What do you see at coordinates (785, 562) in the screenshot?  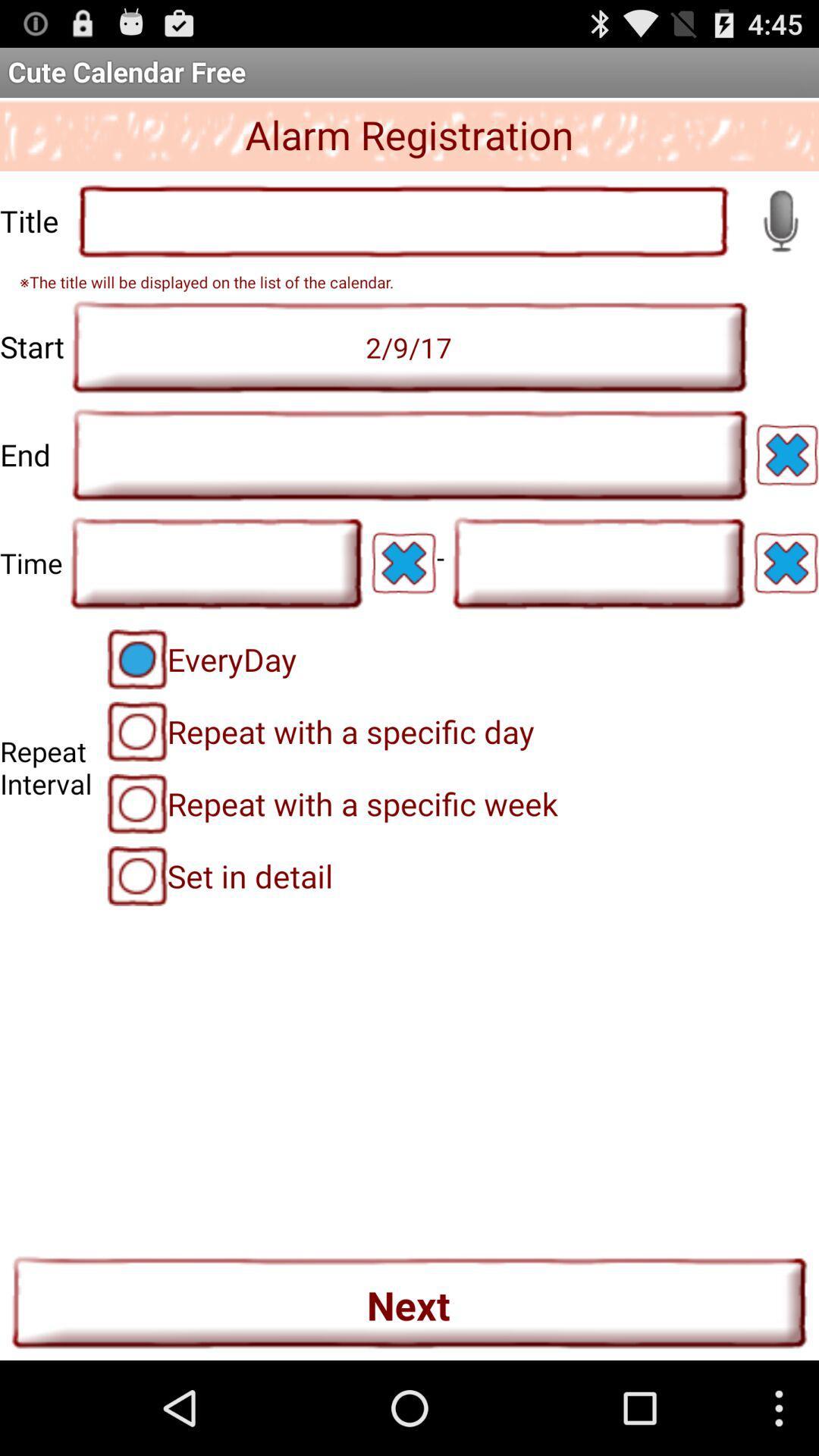 I see `clear box` at bounding box center [785, 562].